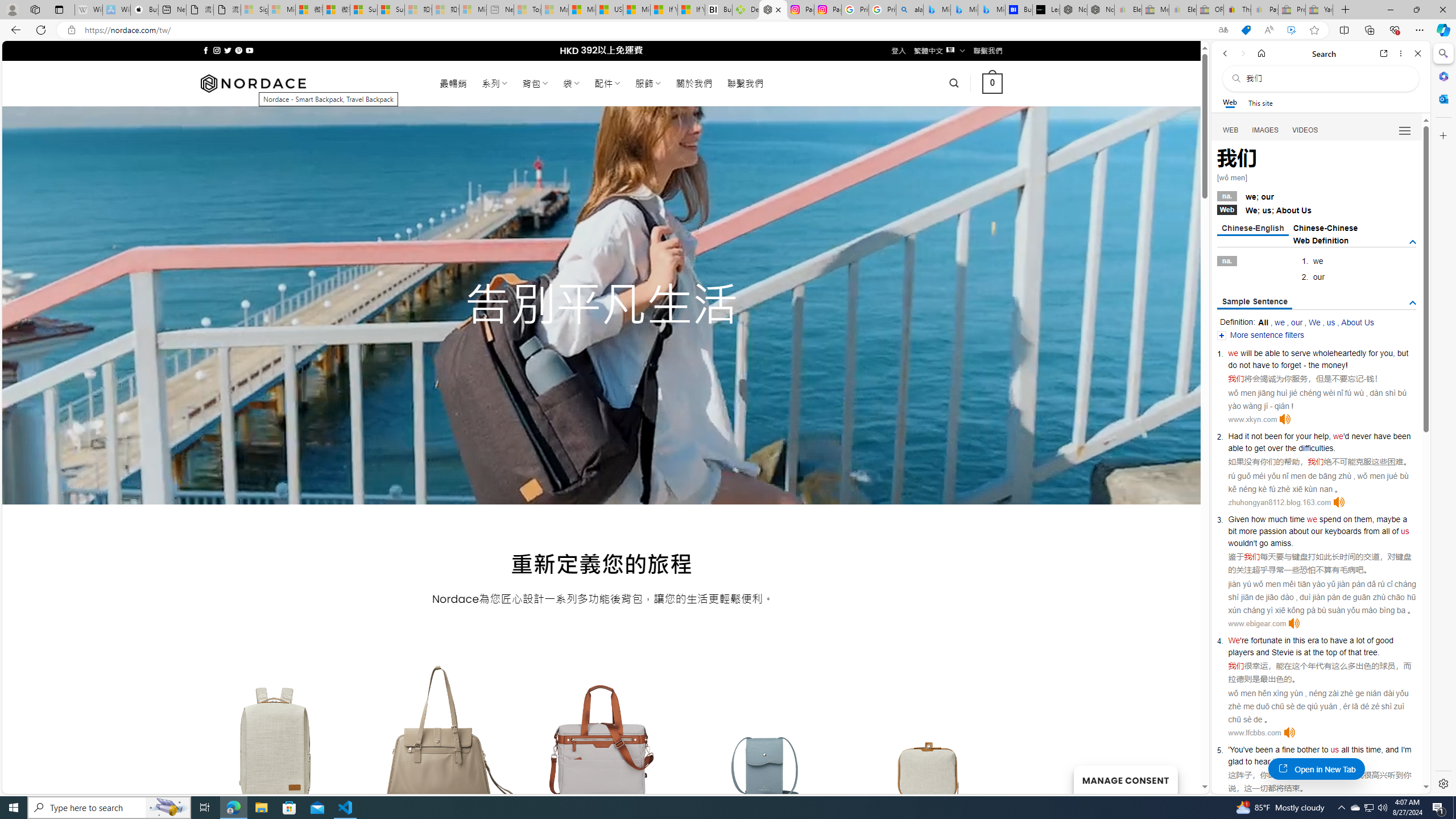  What do you see at coordinates (1321, 239) in the screenshot?
I see `'Web Definition'` at bounding box center [1321, 239].